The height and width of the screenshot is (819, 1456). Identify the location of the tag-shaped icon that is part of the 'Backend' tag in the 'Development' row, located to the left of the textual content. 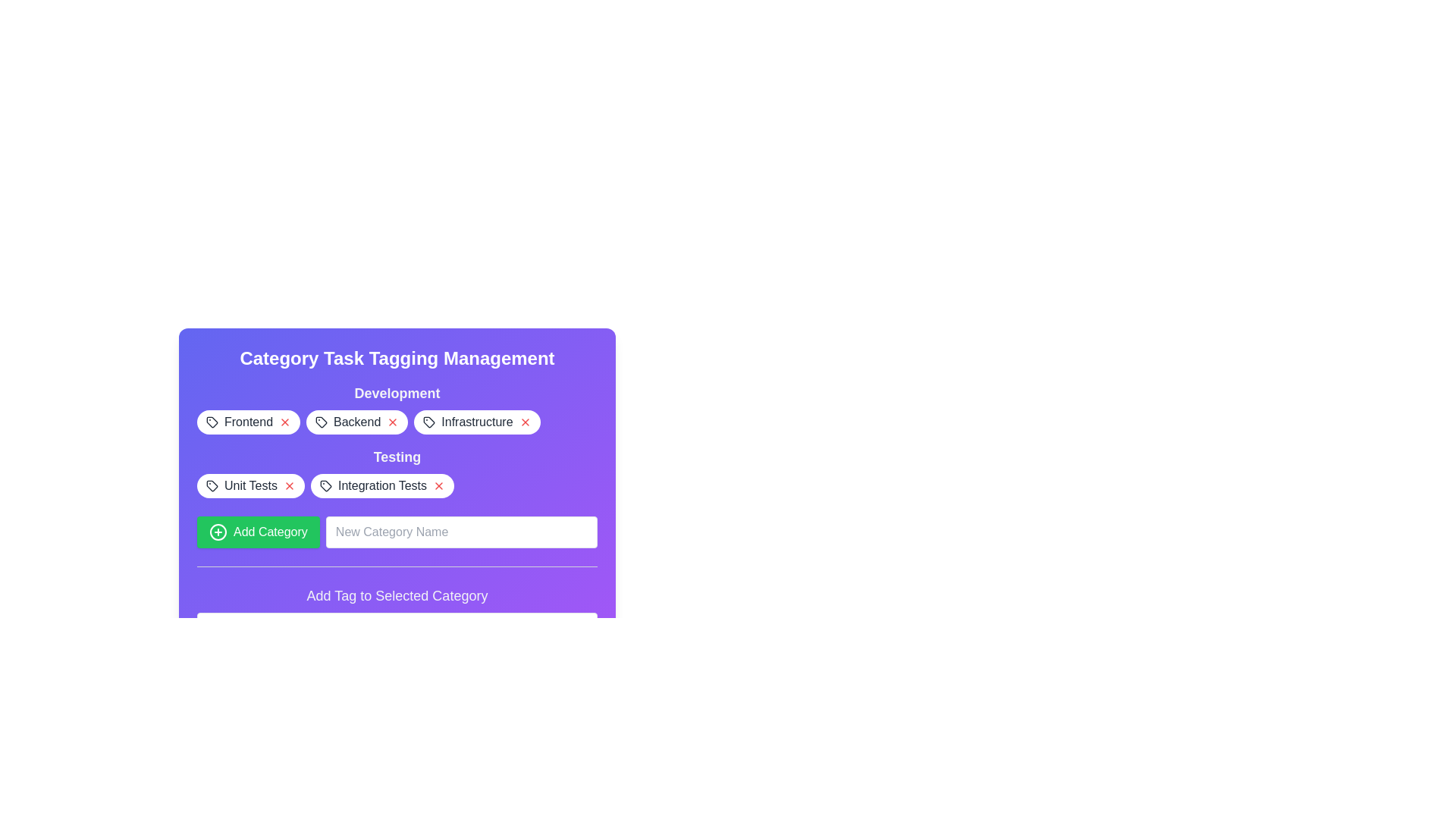
(321, 422).